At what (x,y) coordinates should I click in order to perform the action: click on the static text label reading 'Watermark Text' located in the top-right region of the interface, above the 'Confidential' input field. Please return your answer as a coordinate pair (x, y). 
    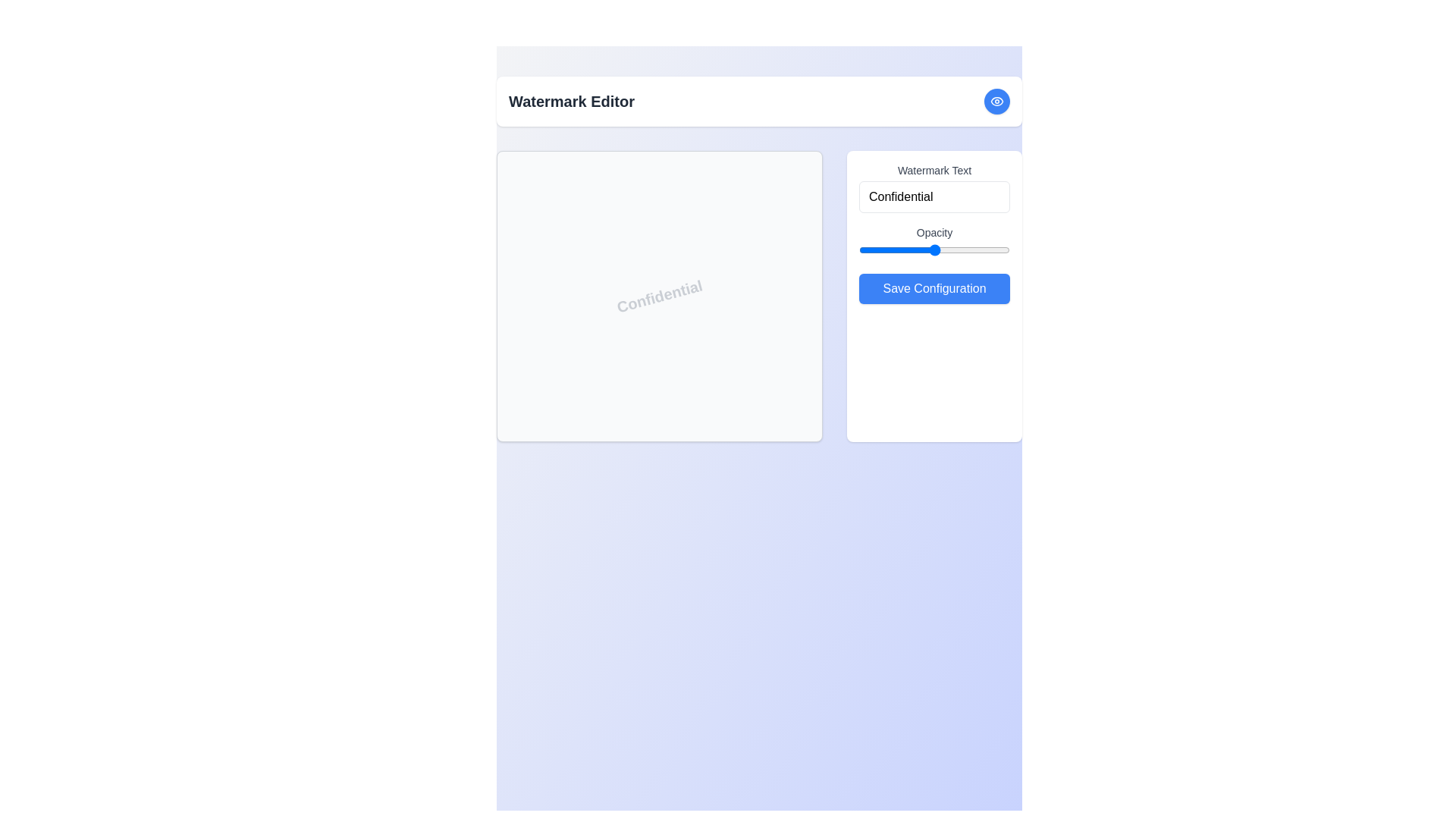
    Looking at the image, I should click on (934, 170).